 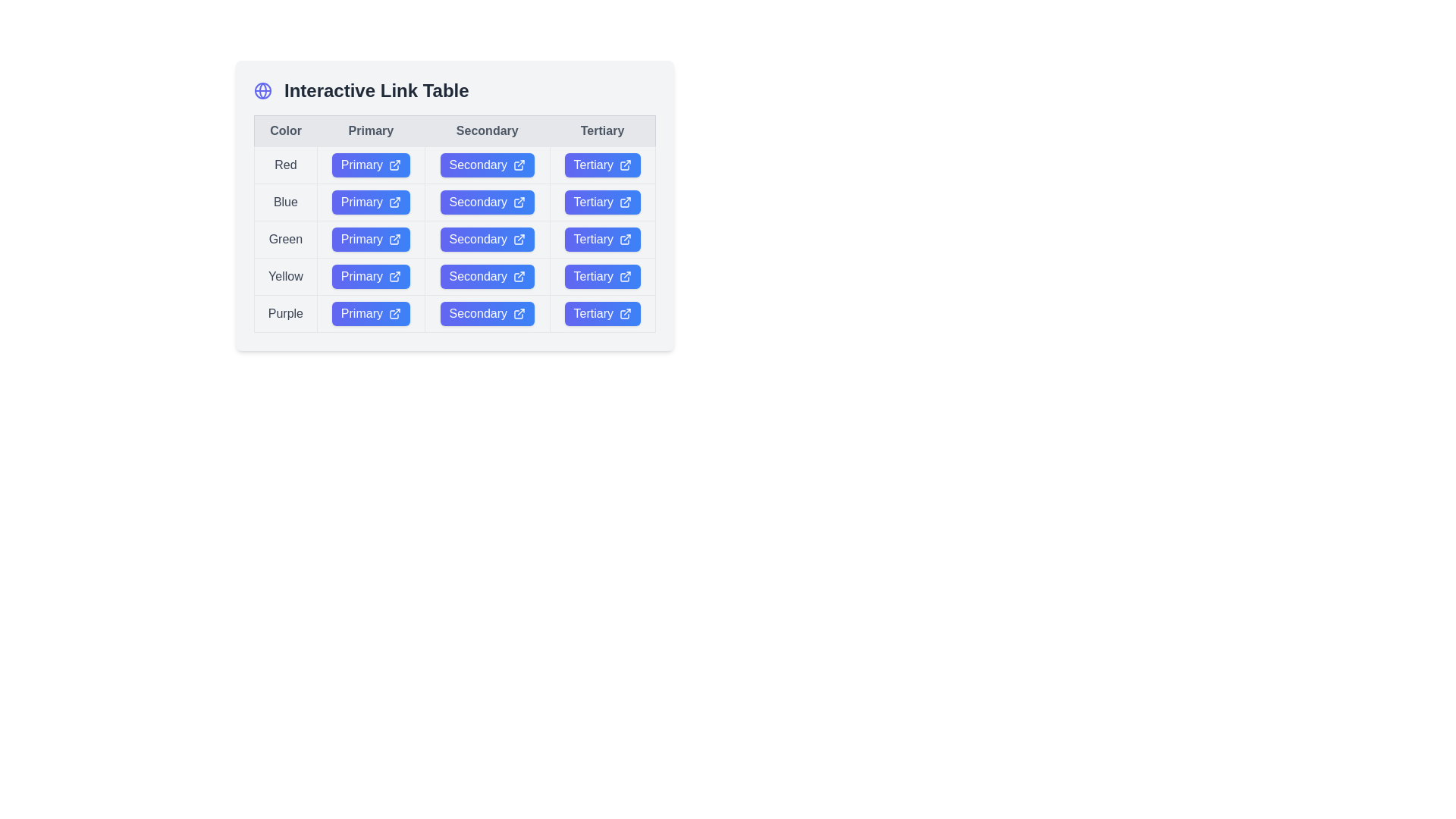 What do you see at coordinates (285, 312) in the screenshot?
I see `text label 'Purple' located in the first cell of the last row under the 'Color' column of the table` at bounding box center [285, 312].